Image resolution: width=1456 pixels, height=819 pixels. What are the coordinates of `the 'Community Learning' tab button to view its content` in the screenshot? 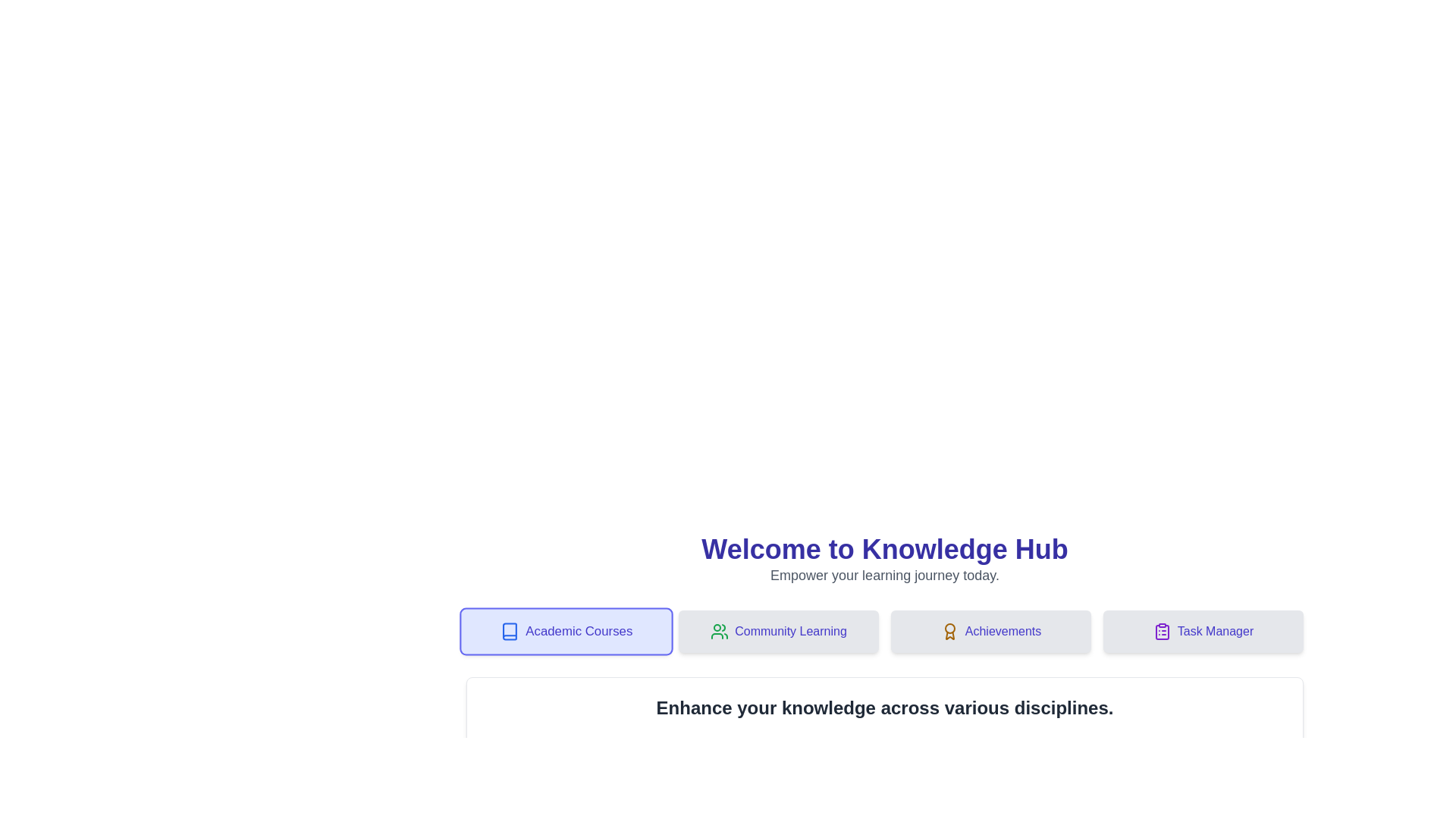 It's located at (779, 632).